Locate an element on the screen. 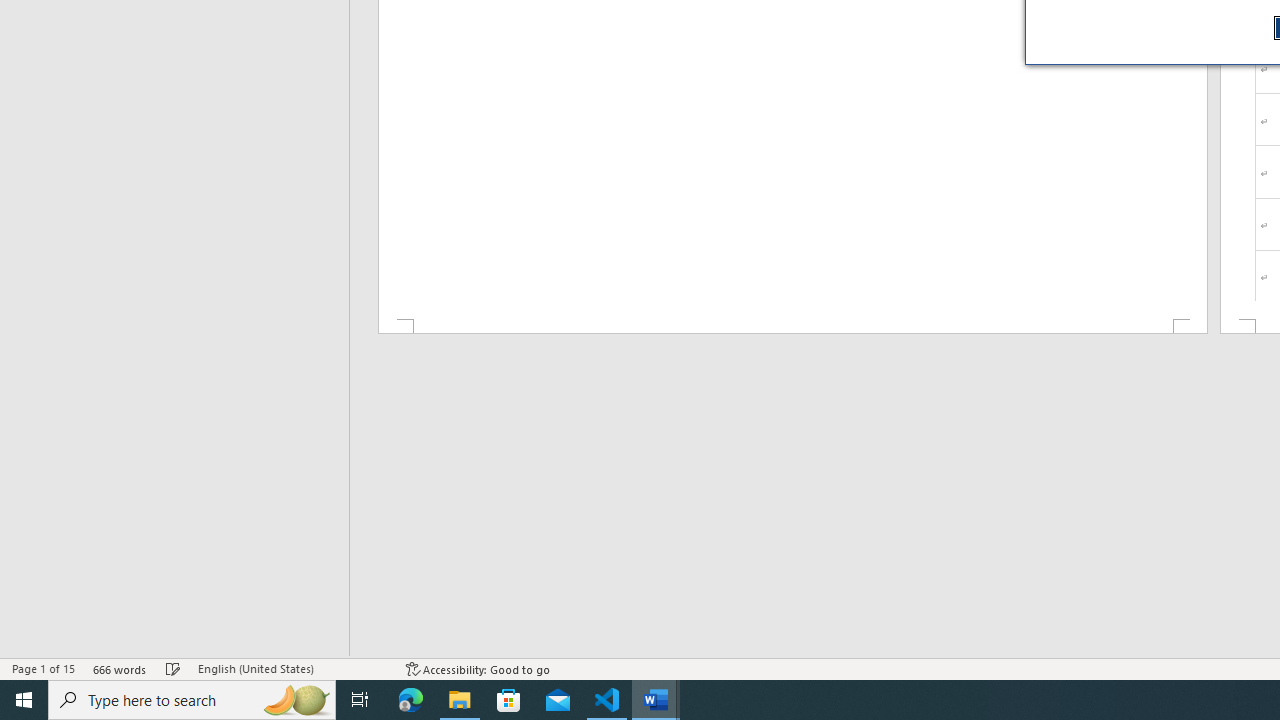  'Word - 2 running windows' is located at coordinates (656, 698).